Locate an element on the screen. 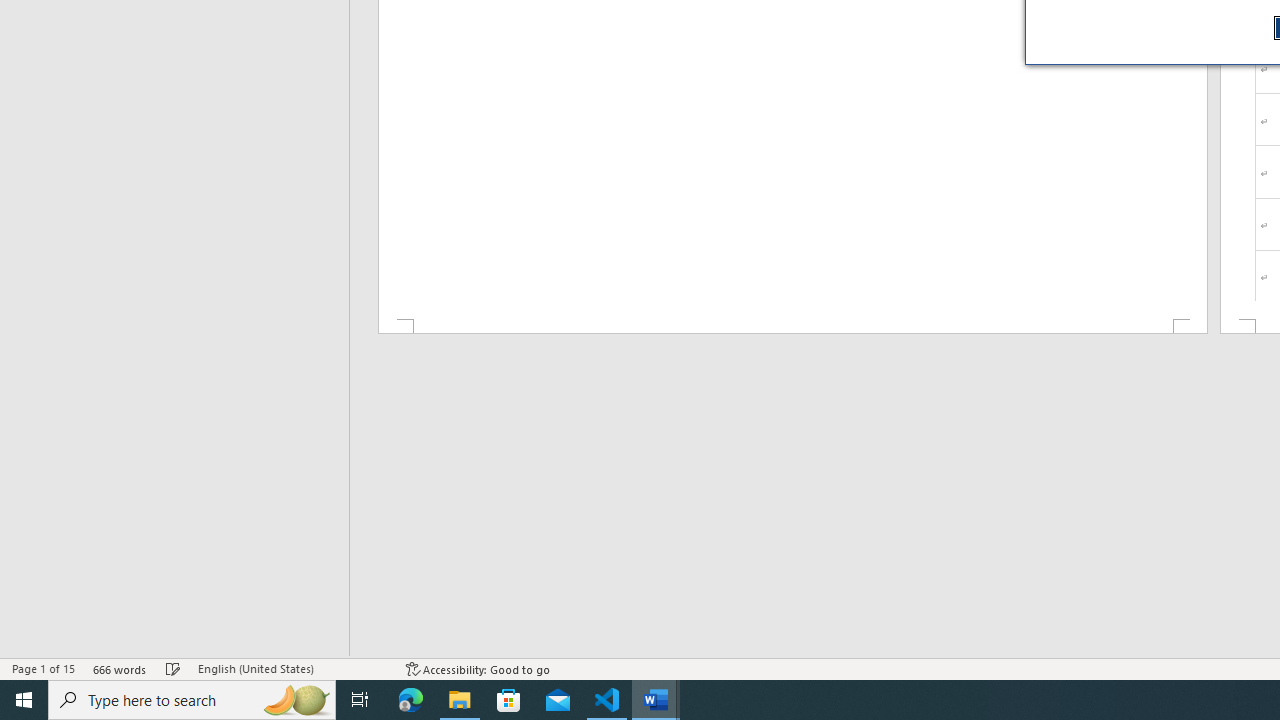  'Word - 2 running windows' is located at coordinates (656, 698).